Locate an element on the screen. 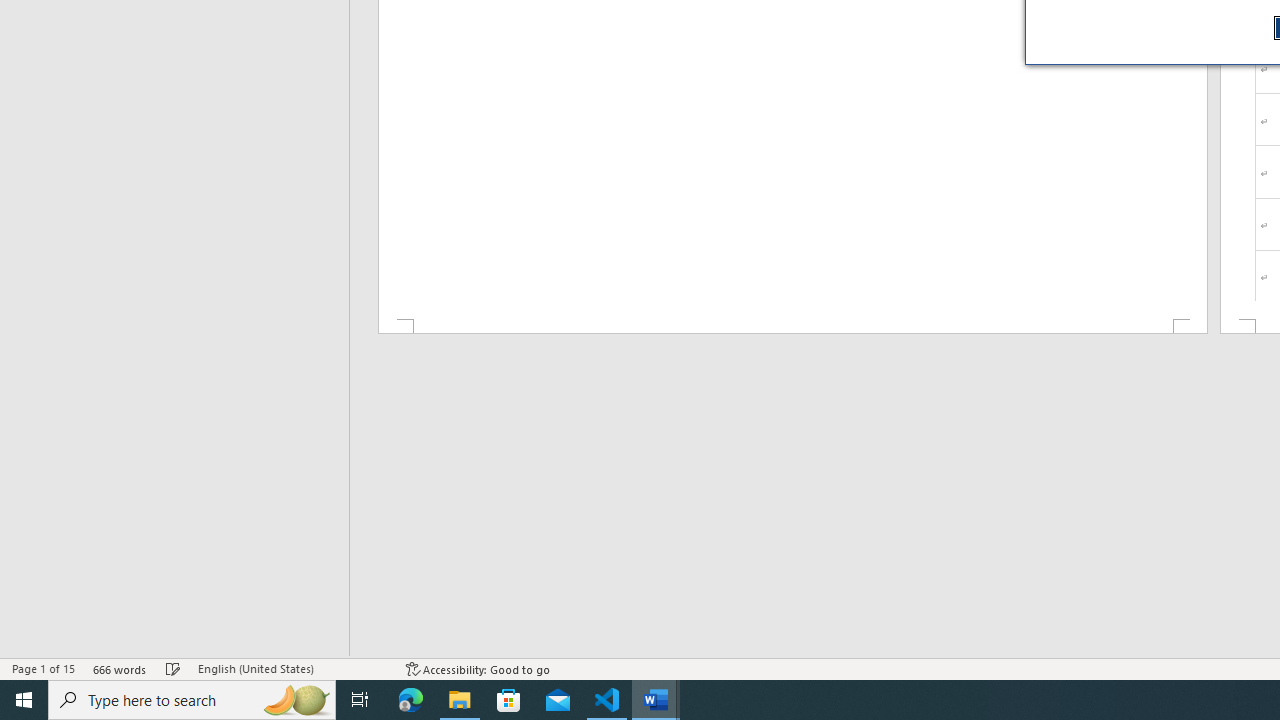  'Word - 2 running windows' is located at coordinates (656, 698).